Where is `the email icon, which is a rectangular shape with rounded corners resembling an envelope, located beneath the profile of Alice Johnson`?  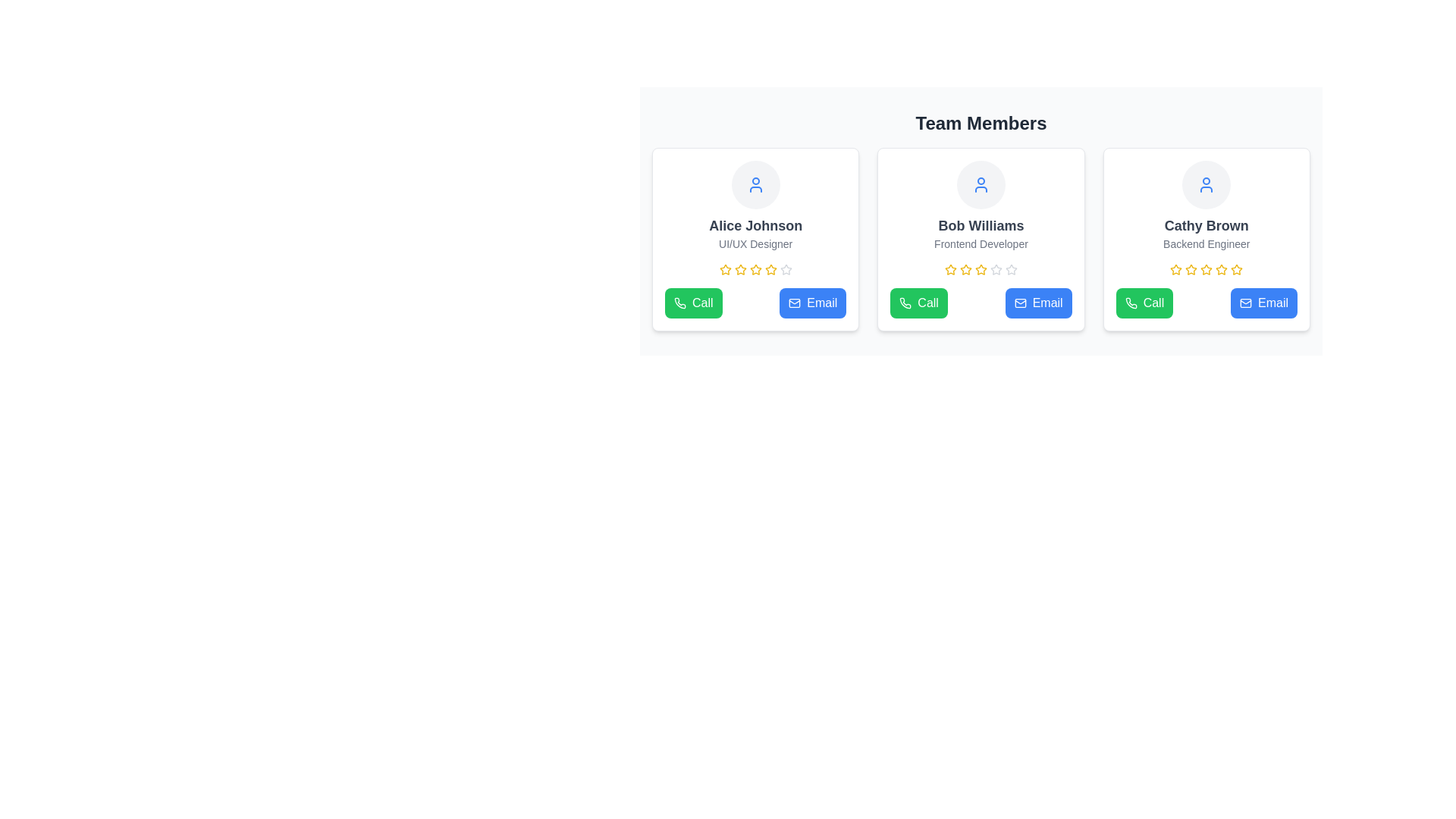 the email icon, which is a rectangular shape with rounded corners resembling an envelope, located beneath the profile of Alice Johnson is located at coordinates (794, 303).